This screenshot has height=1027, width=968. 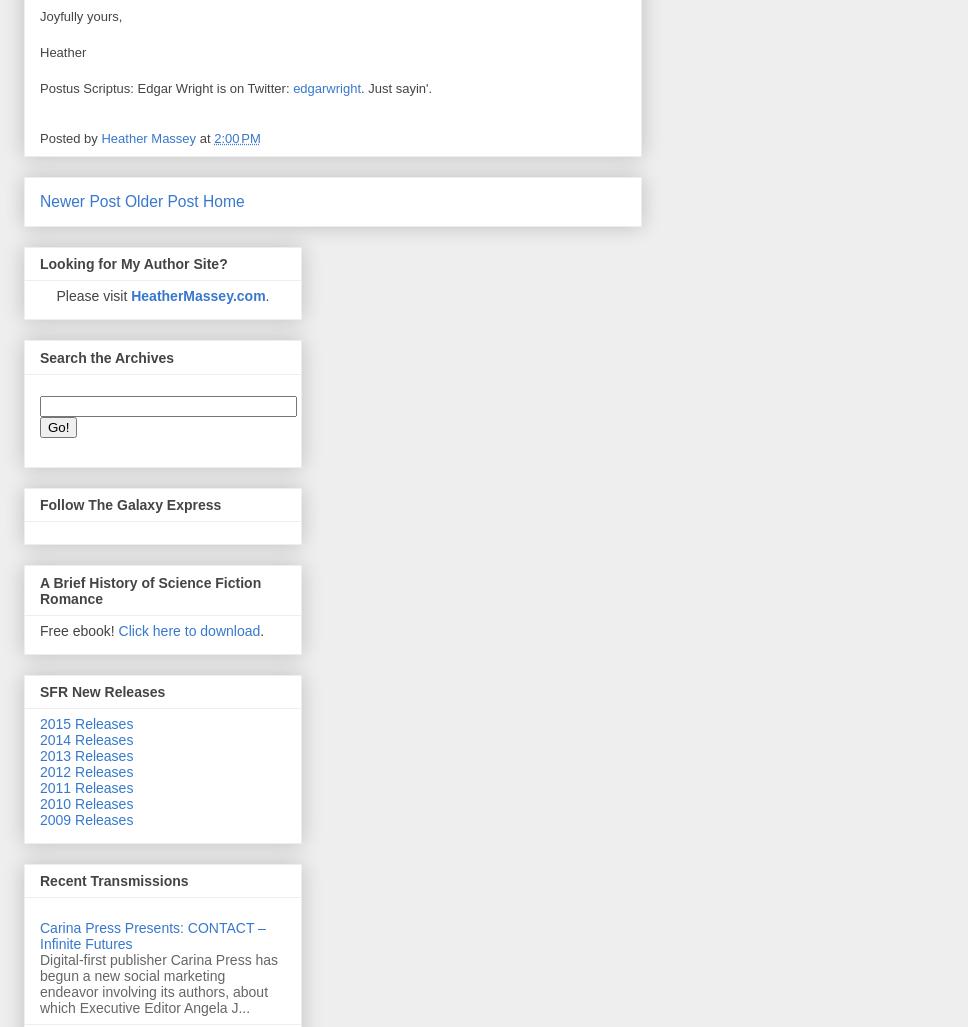 I want to click on 'Follow The Galaxy Express', so click(x=129, y=504).